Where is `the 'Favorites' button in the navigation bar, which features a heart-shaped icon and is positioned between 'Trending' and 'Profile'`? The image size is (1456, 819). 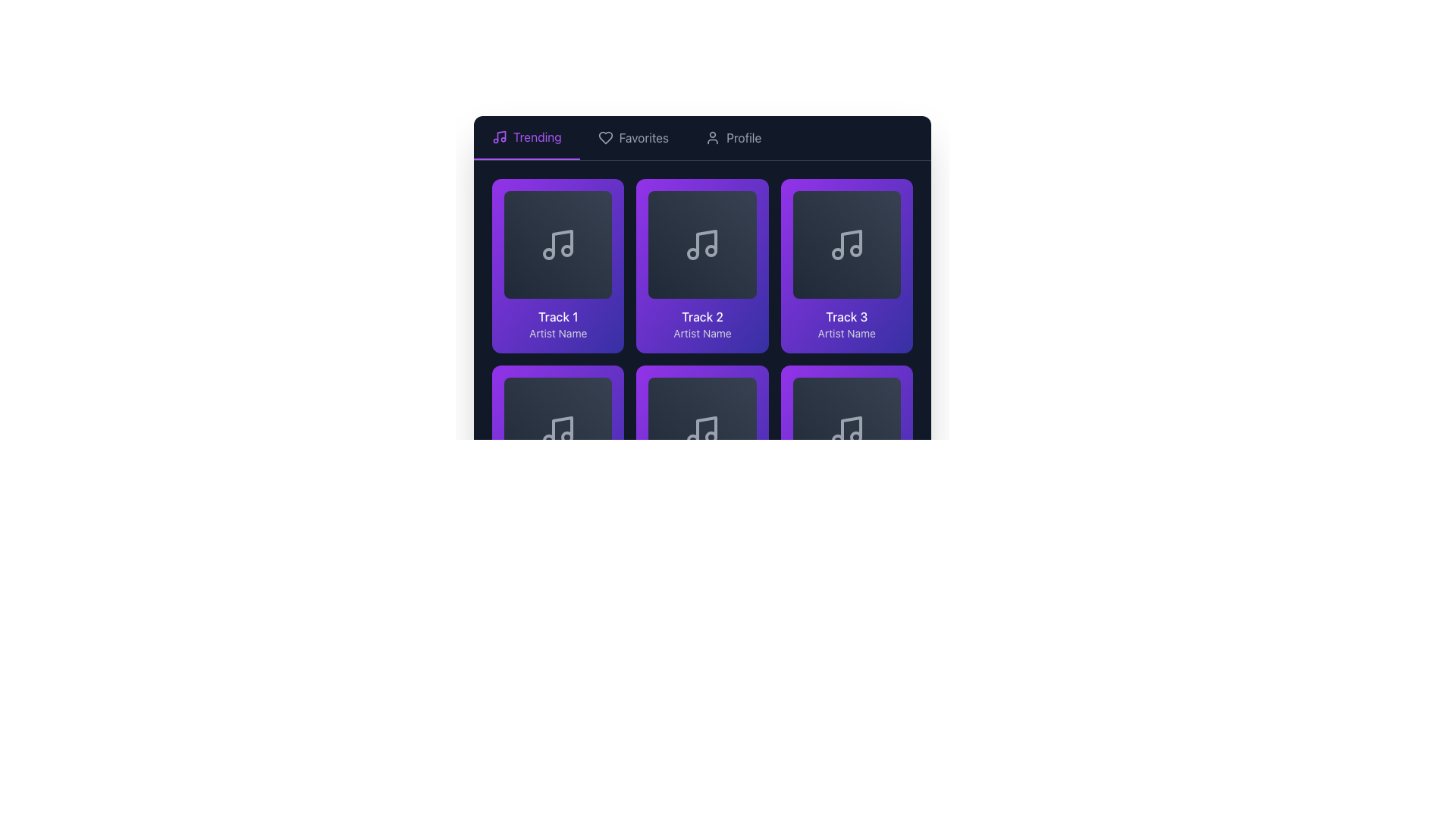 the 'Favorites' button in the navigation bar, which features a heart-shaped icon and is positioned between 'Trending' and 'Profile' is located at coordinates (633, 137).